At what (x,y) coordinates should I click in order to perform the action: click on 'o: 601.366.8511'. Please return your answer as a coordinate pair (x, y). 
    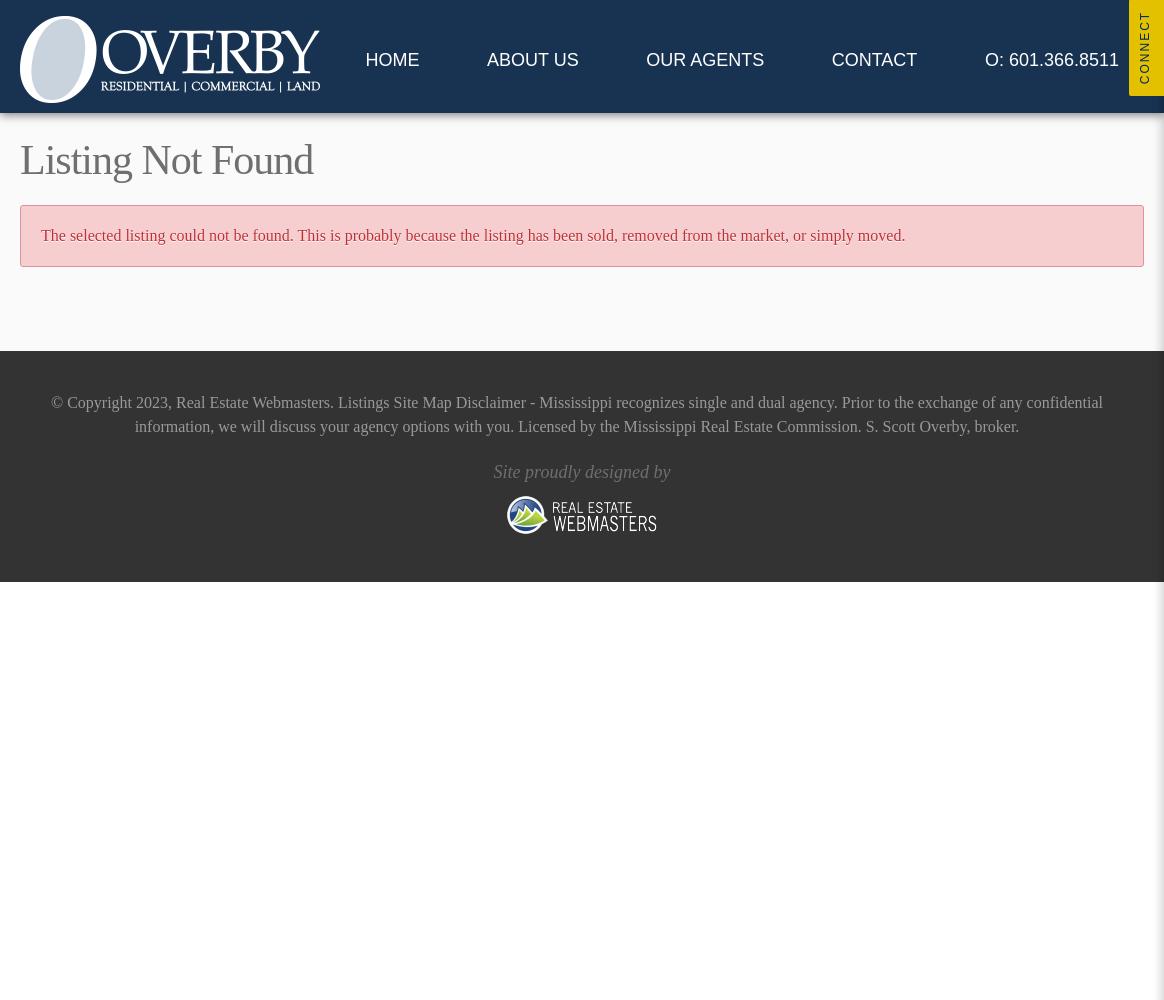
    Looking at the image, I should click on (1050, 60).